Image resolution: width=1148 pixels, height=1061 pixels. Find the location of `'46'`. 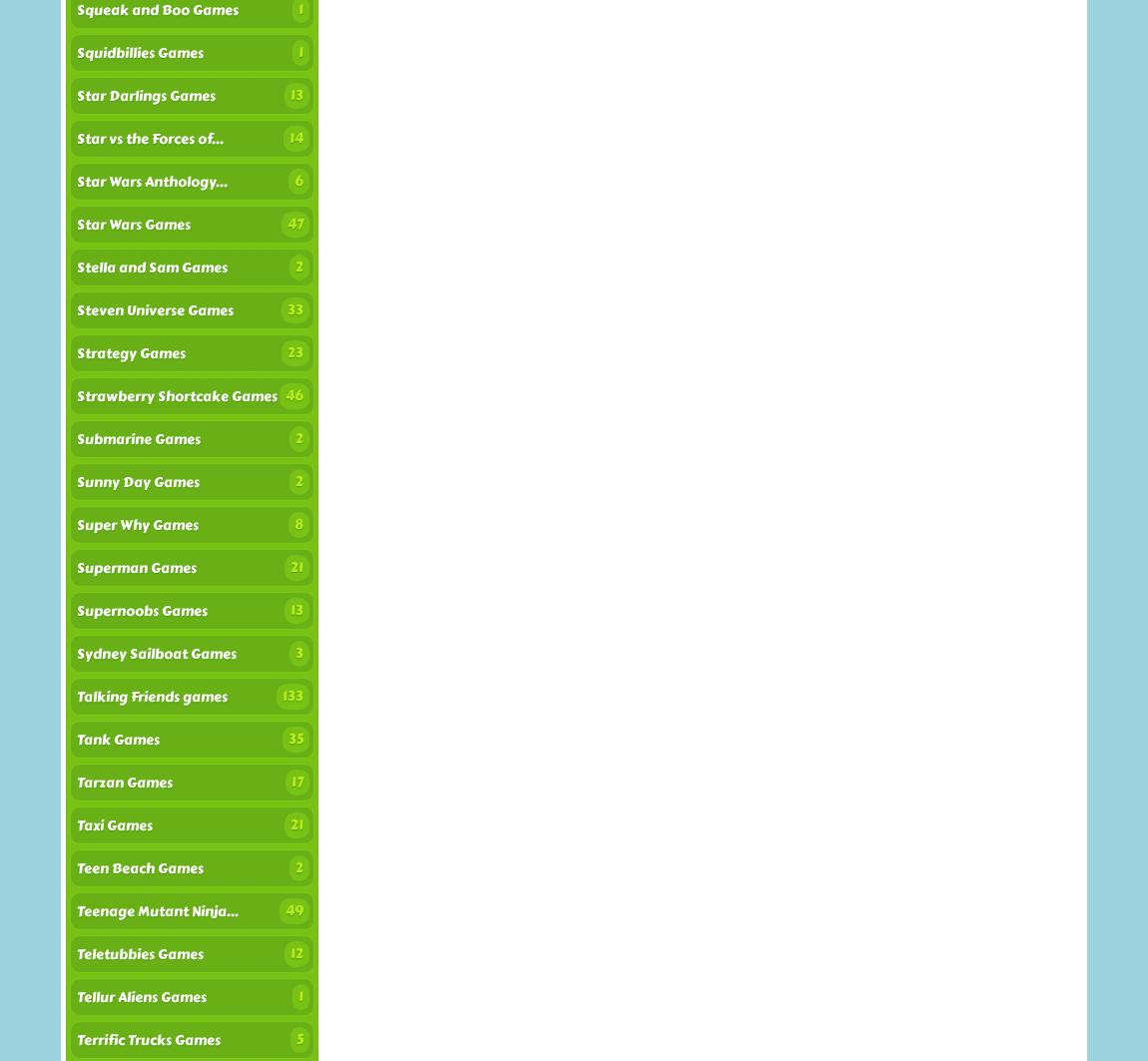

'46' is located at coordinates (293, 395).